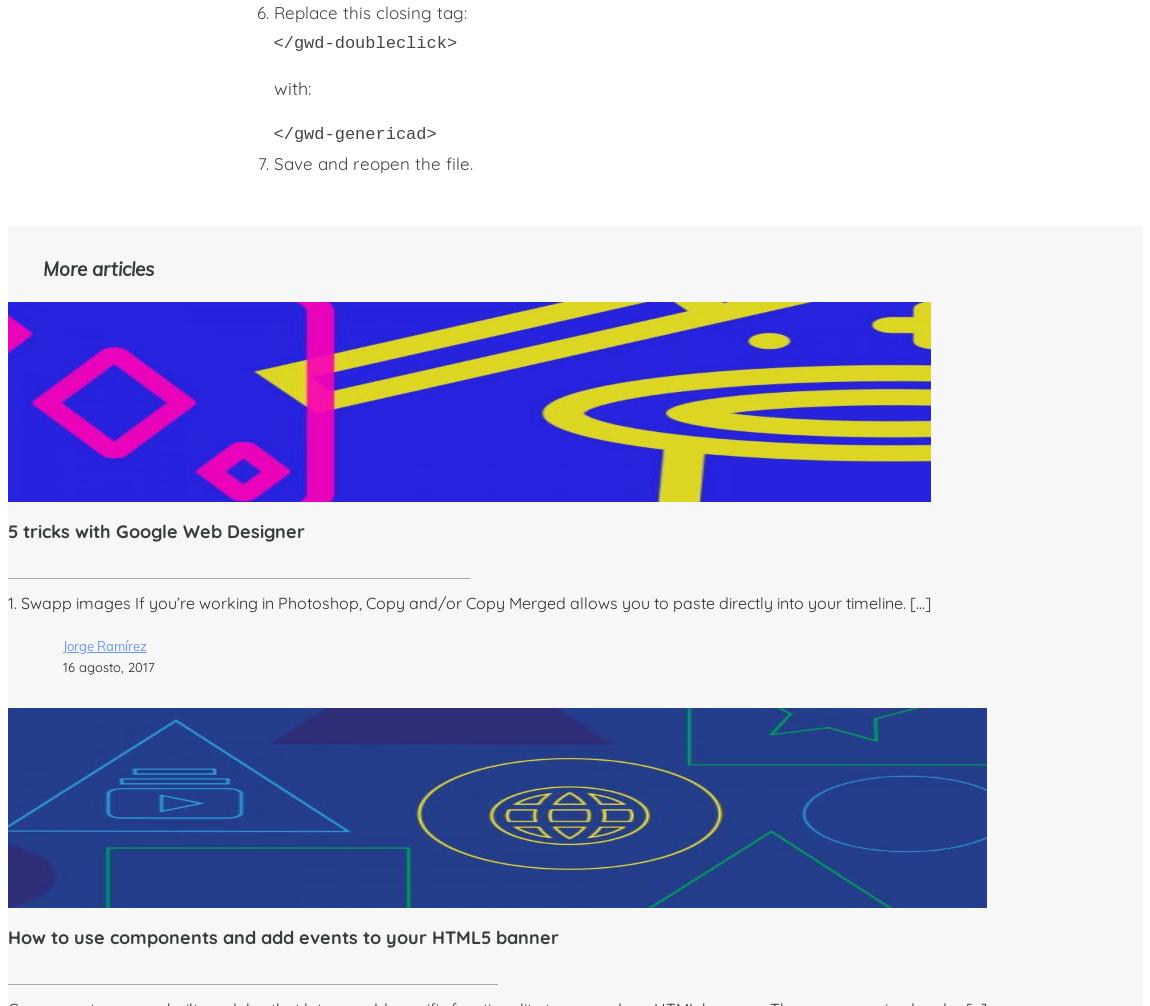 The image size is (1150, 1006). Describe the element at coordinates (155, 531) in the screenshot. I see `'5 tricks with Google Web Designer'` at that location.